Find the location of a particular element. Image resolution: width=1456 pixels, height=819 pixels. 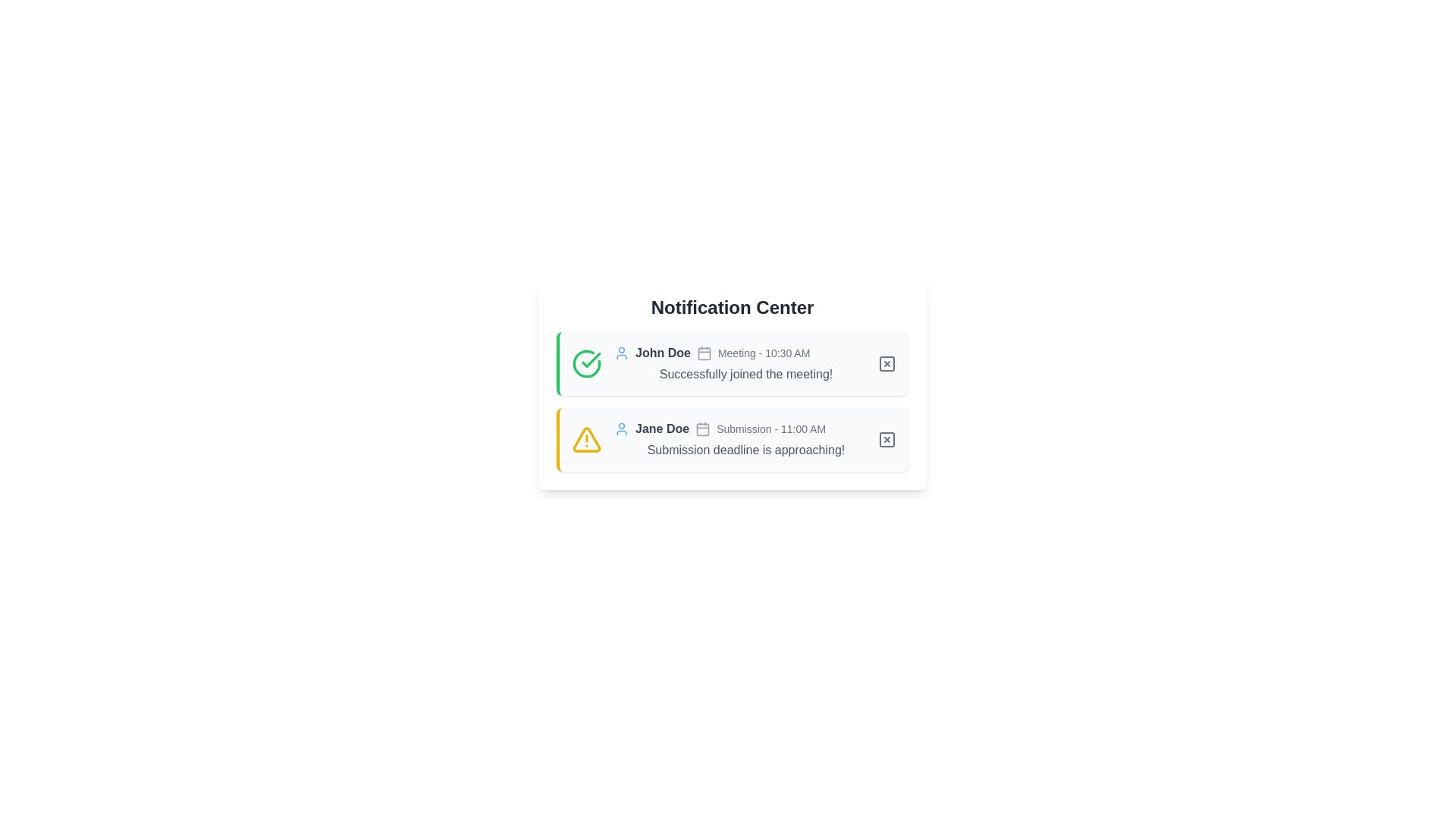

the user SVG icon located at the leftmost position in the first notification entry, adjacent to the name 'John Doe' is located at coordinates (622, 353).